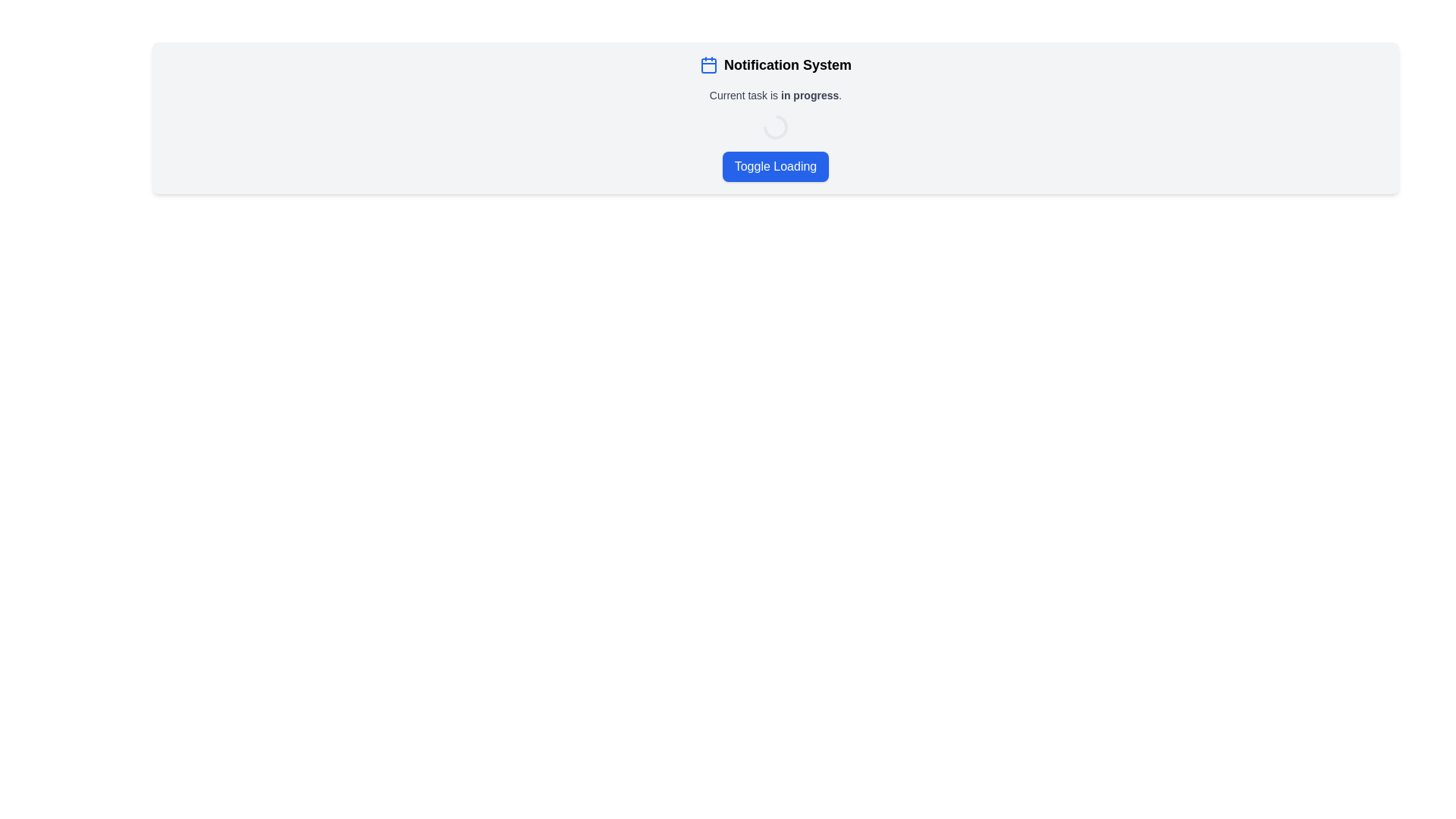  What do you see at coordinates (775, 64) in the screenshot?
I see `the static text and icon combination displaying 'Notification System' which includes a blue calendar icon and black bold text, located at the top-center of the card-like component` at bounding box center [775, 64].